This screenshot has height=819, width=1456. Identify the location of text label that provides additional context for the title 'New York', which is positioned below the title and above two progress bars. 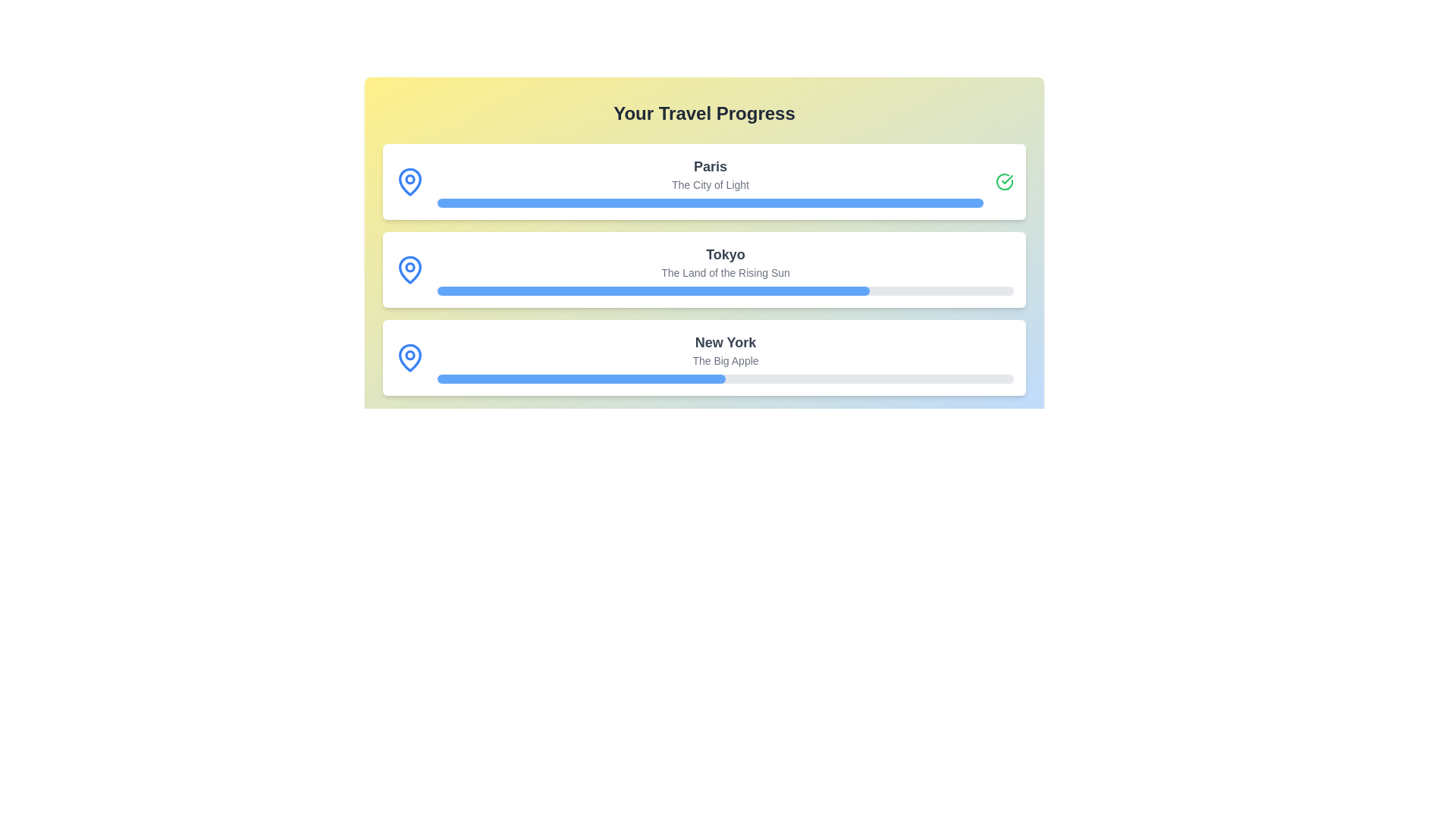
(724, 360).